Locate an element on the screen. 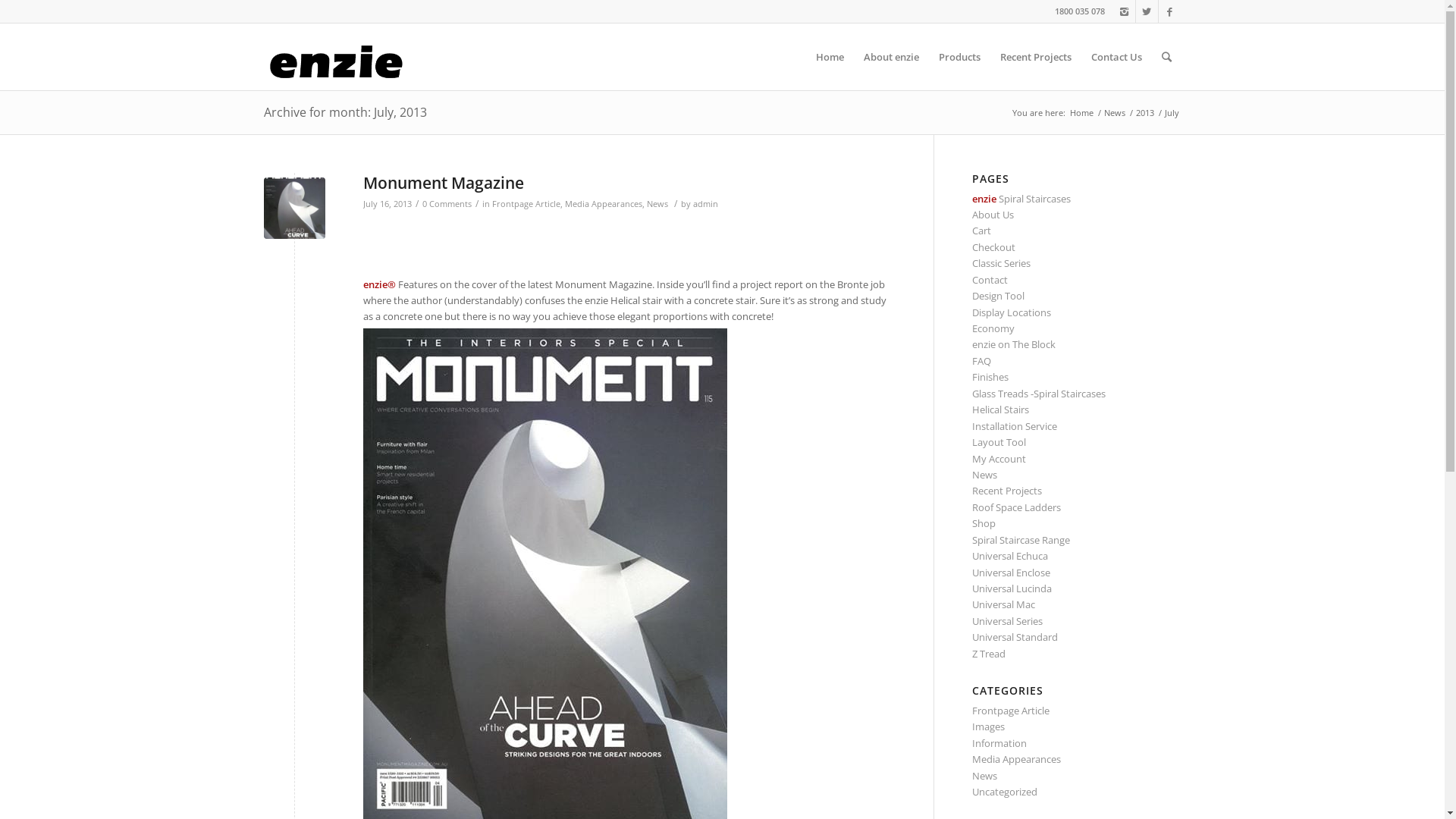 This screenshot has height=819, width=1456. 'Universal Enclose' is located at coordinates (1011, 573).